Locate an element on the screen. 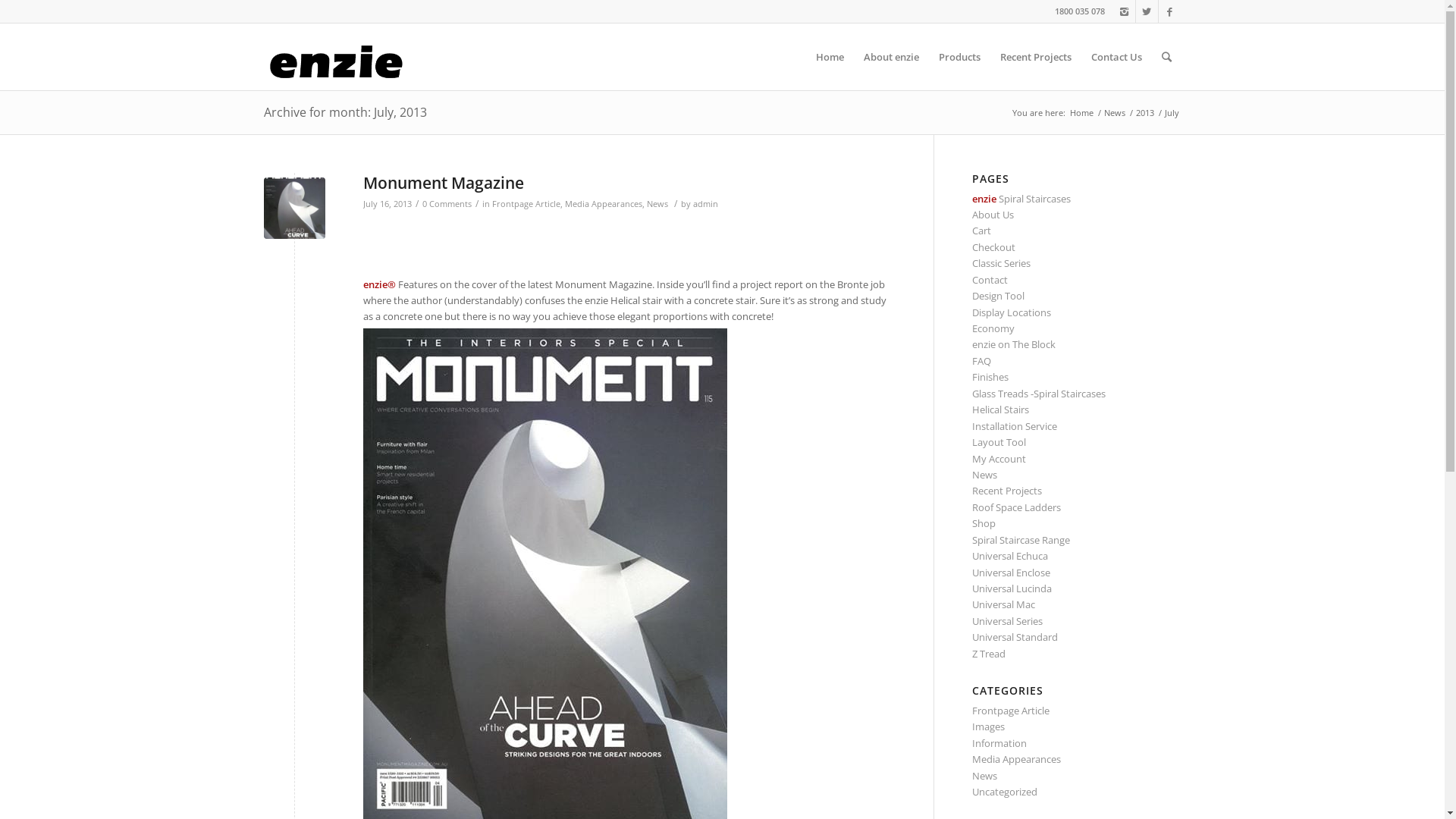 This screenshot has height=819, width=1456. 'Universal Enclose' is located at coordinates (1011, 573).